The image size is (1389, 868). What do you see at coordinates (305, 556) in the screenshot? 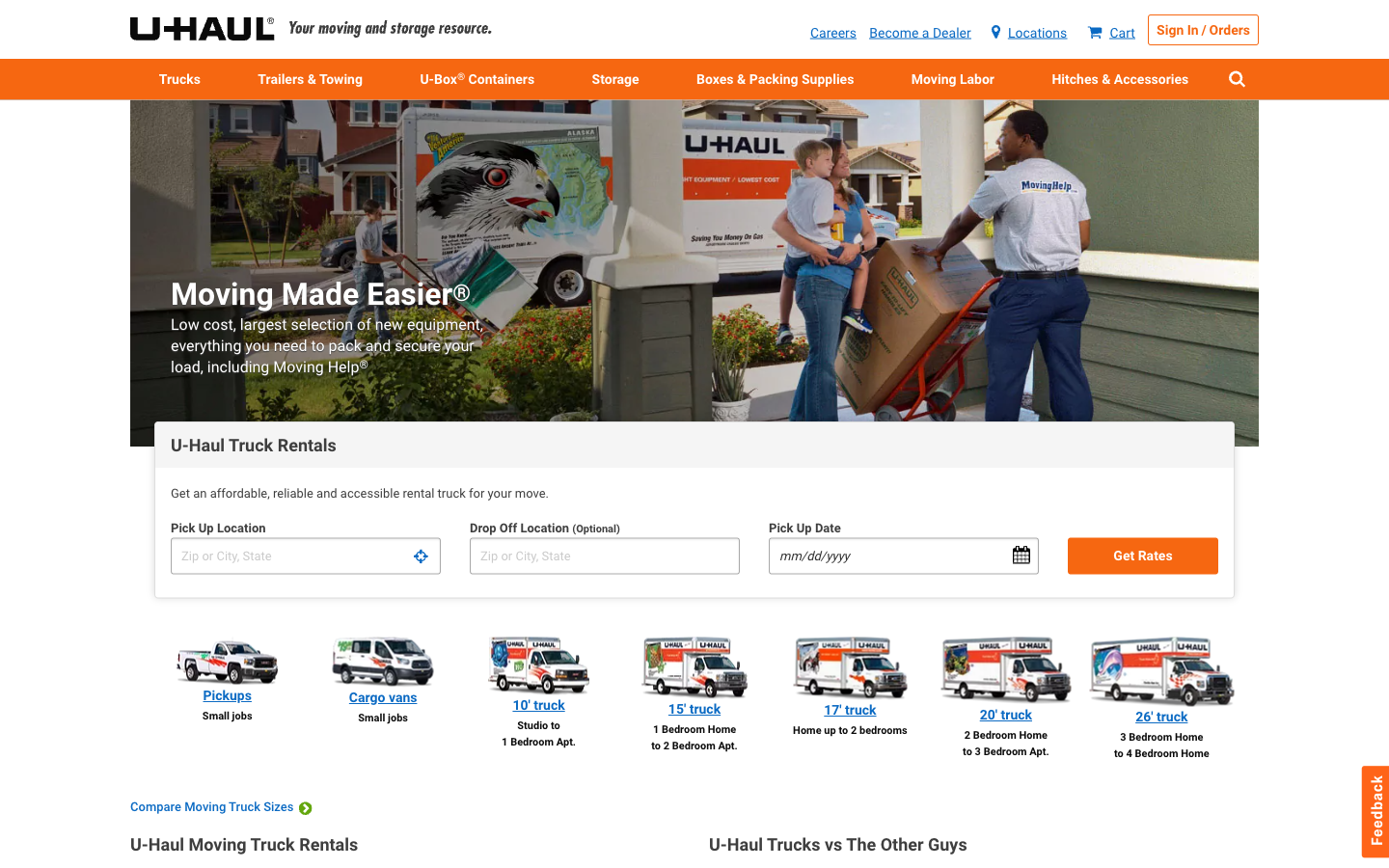
I see `Retrieve pricing for lorry hire with collection from point A and return to point B` at bounding box center [305, 556].